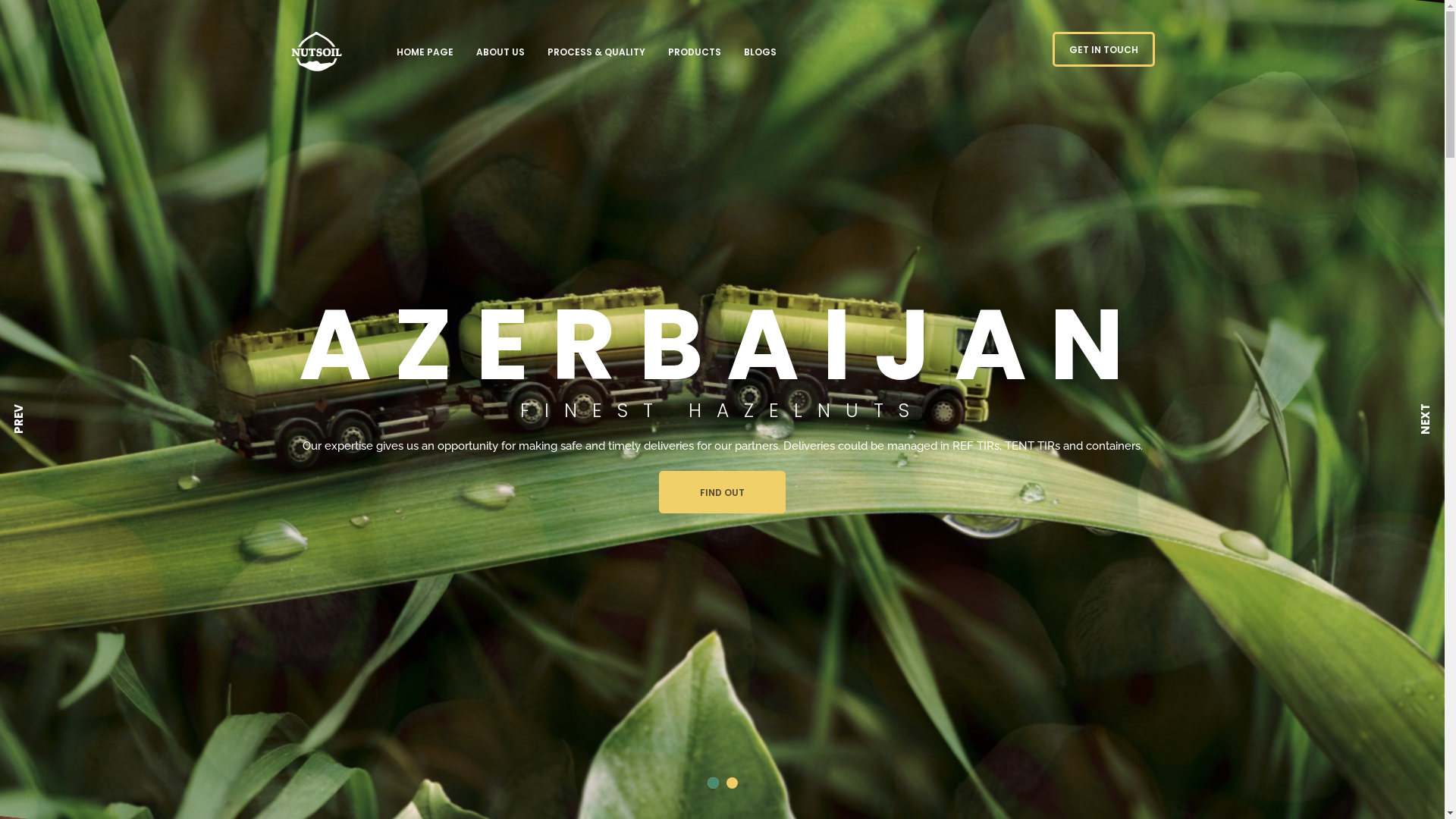  I want to click on 'GET IN TOUCH', so click(1103, 49).